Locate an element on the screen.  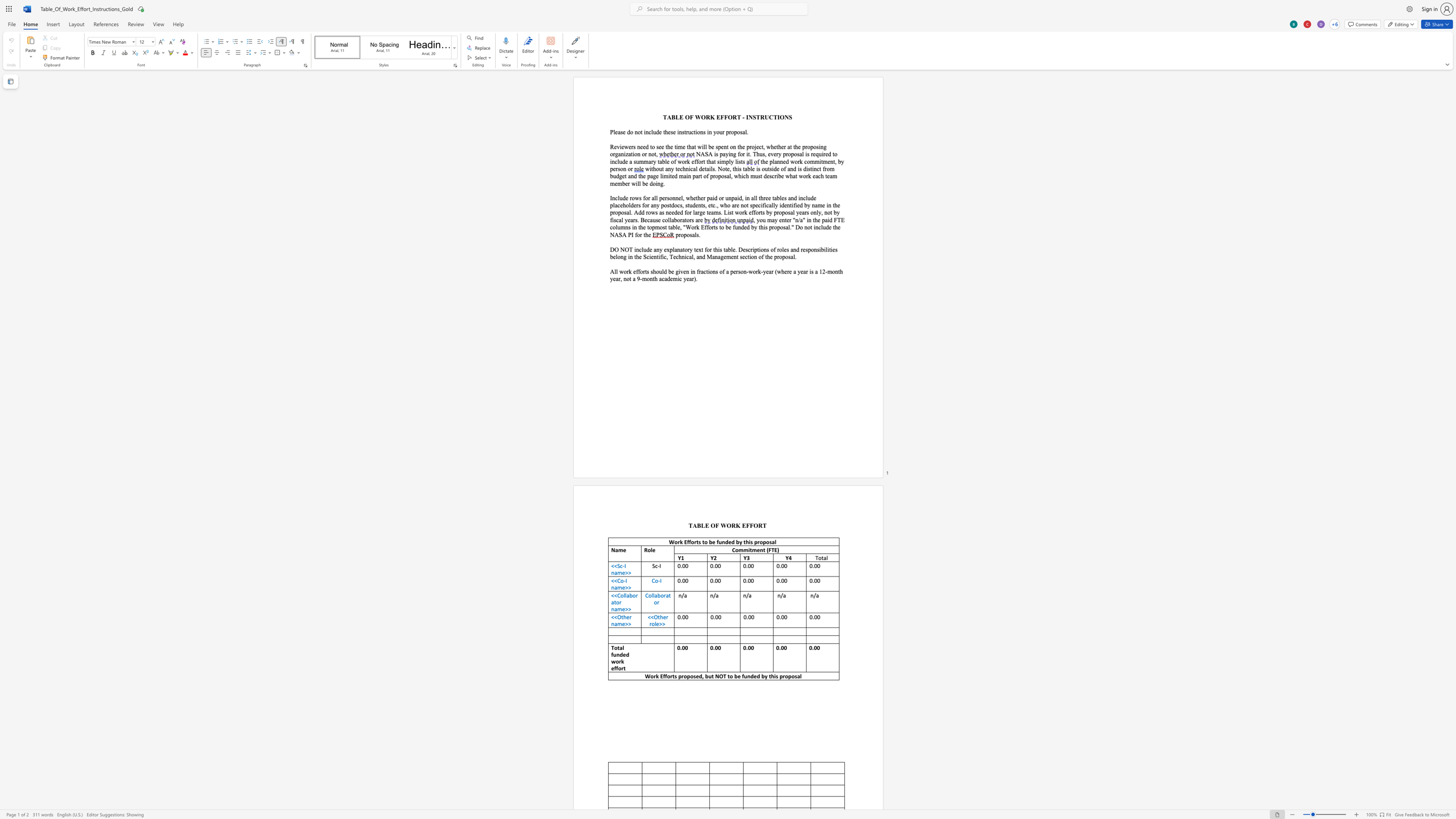
the space between the continuous character "n" and "s" in the text is located at coordinates (714, 271).